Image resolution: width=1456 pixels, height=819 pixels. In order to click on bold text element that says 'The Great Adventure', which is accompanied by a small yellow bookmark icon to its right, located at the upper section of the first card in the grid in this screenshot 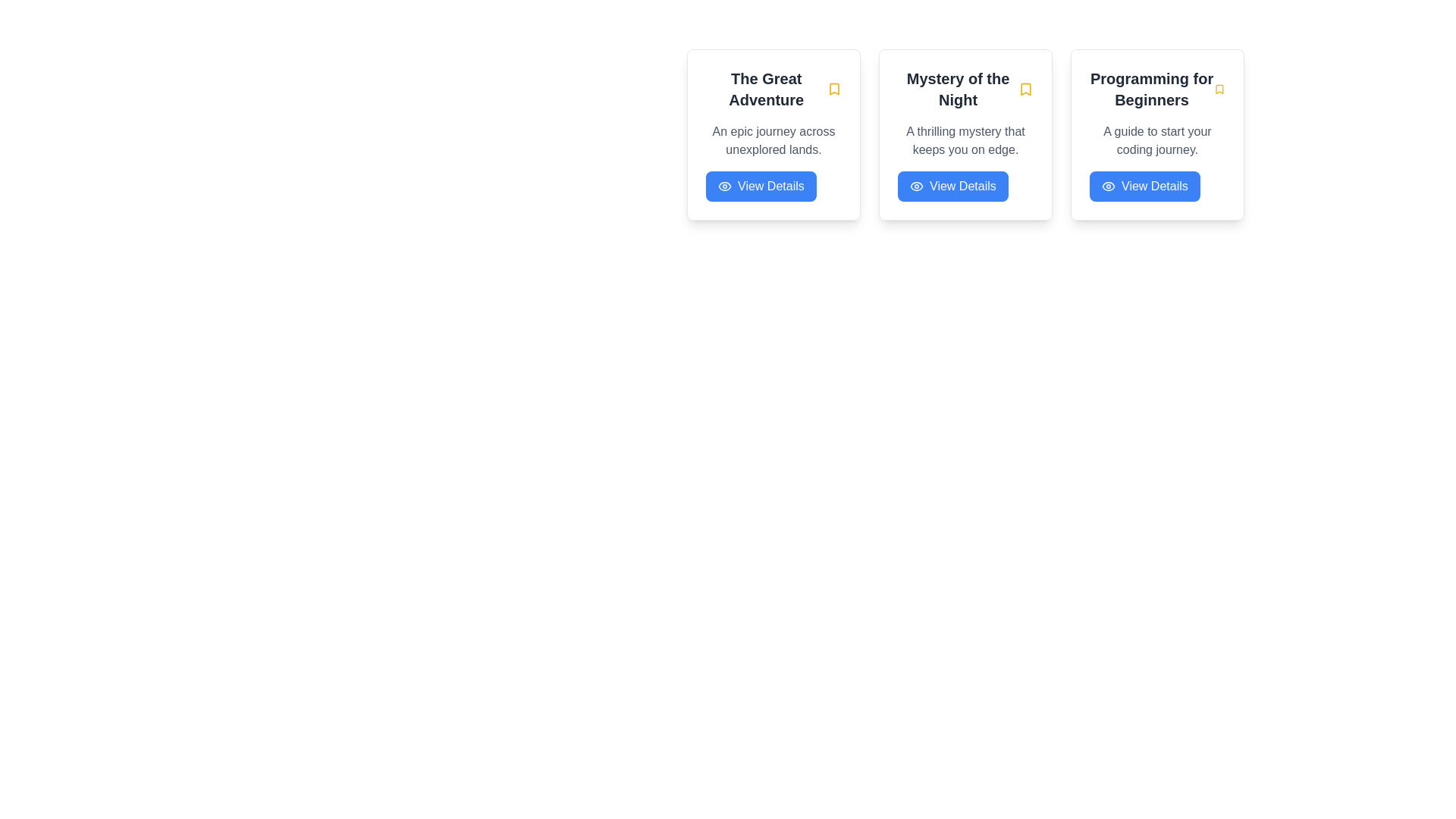, I will do `click(773, 89)`.